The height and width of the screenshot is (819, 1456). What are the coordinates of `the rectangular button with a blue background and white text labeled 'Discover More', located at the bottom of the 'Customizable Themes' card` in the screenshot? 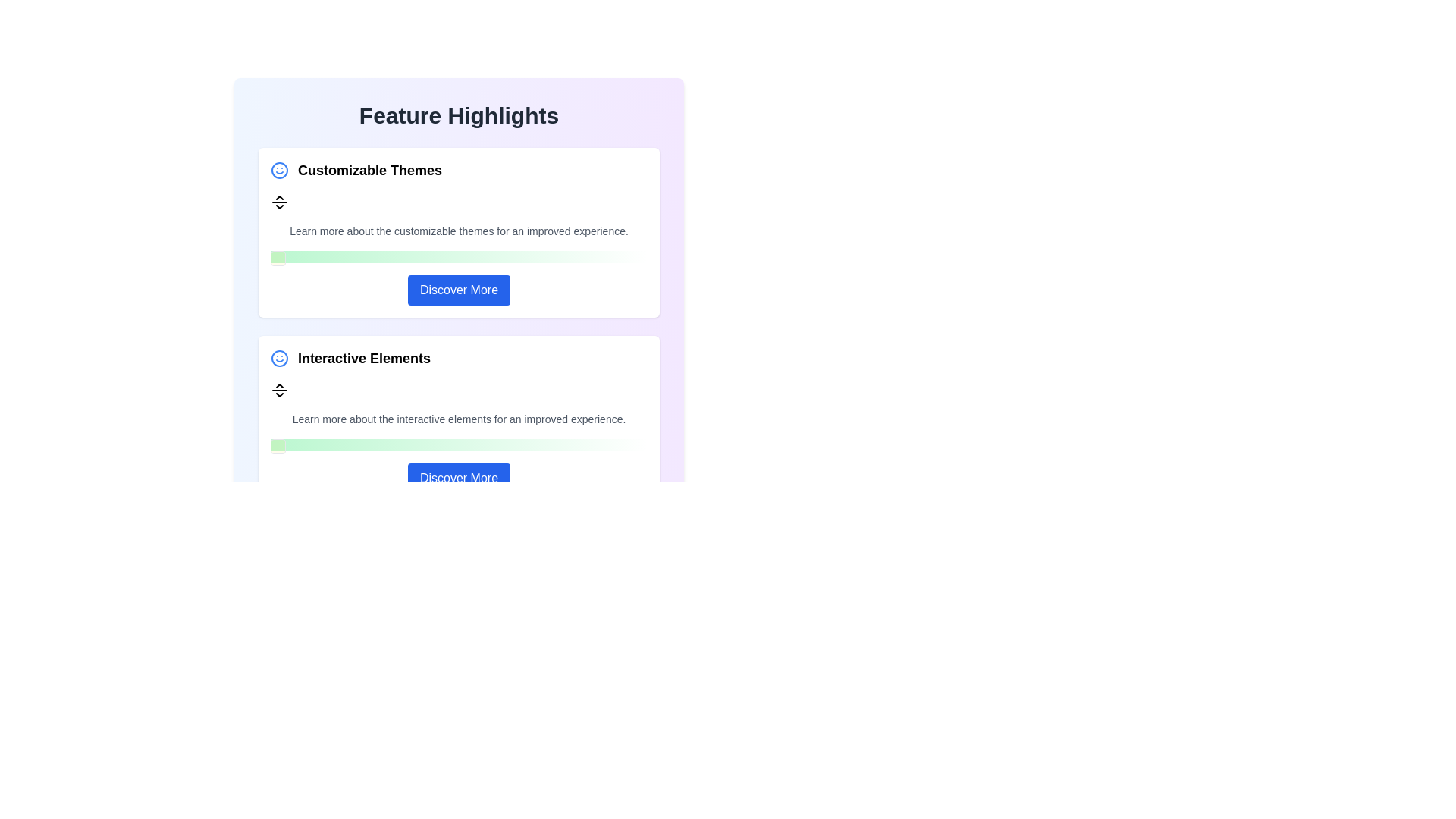 It's located at (458, 290).